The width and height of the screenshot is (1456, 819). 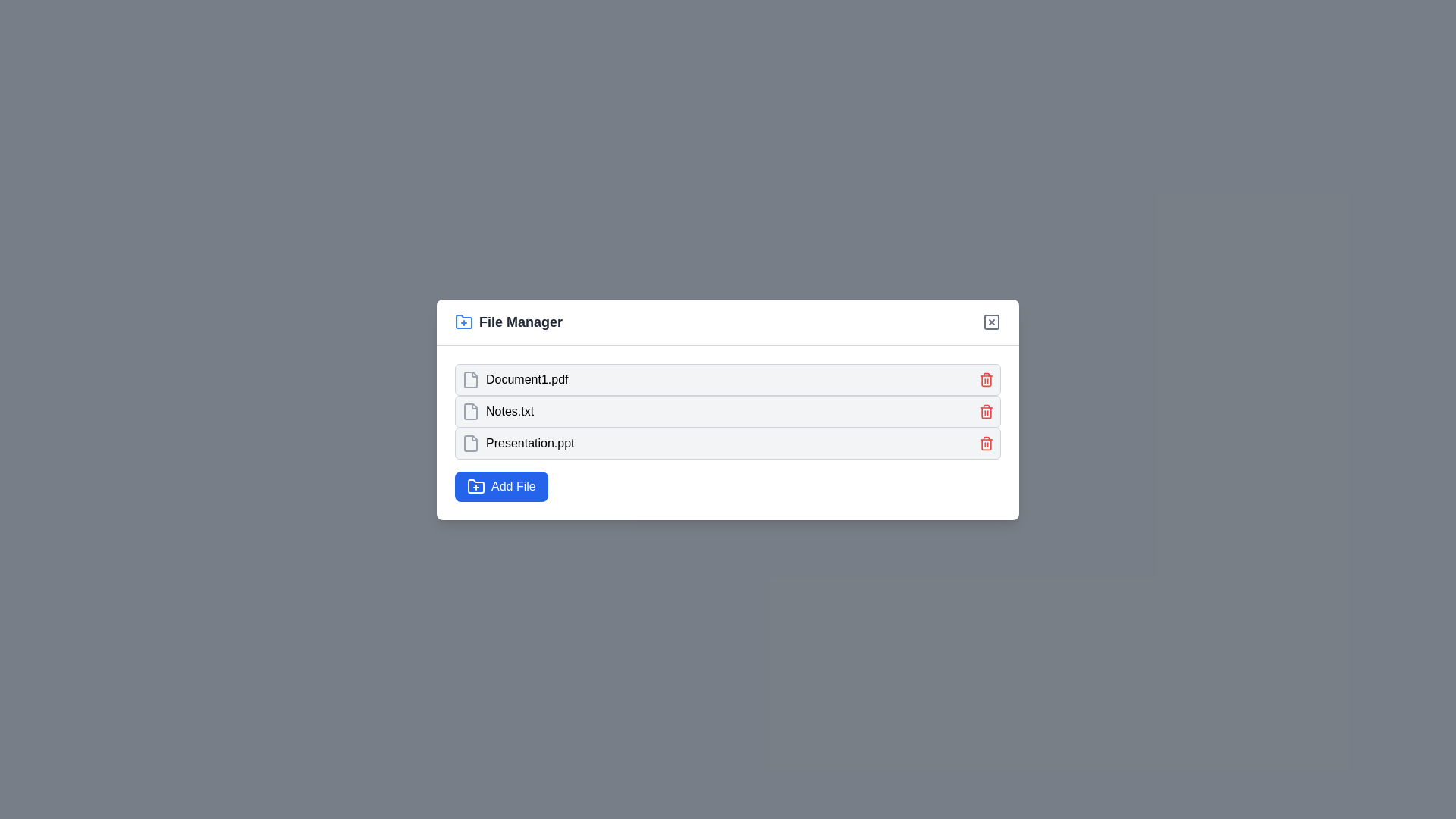 I want to click on the file name displayed in the file entries list within the 'File Manager' modal, so click(x=728, y=432).